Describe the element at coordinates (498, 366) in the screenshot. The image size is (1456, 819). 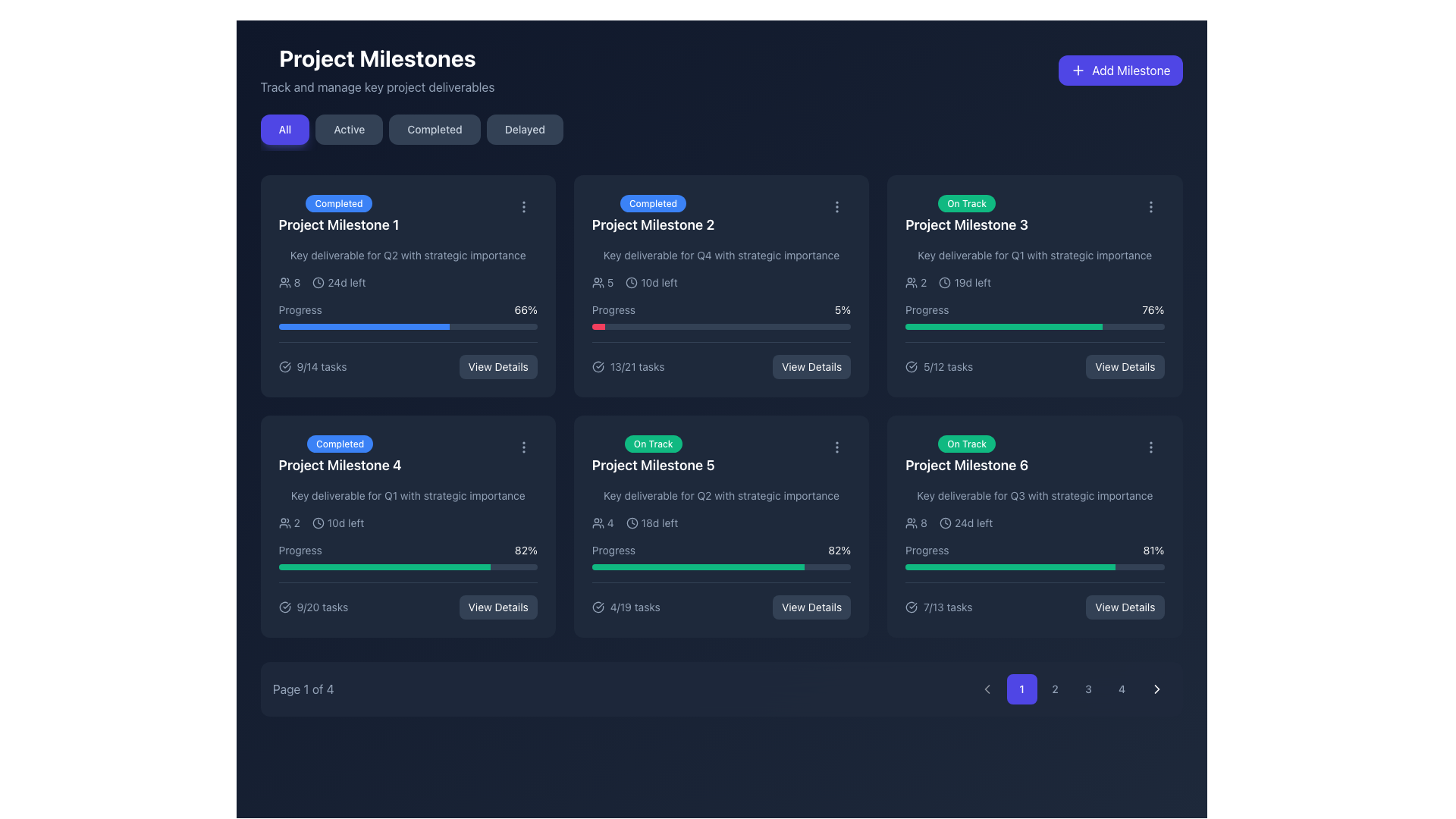
I see `the button located in the bottom section of the 'Project Milestone 1' card, beside the text '9/14 tasks', to observe hover effects` at that location.